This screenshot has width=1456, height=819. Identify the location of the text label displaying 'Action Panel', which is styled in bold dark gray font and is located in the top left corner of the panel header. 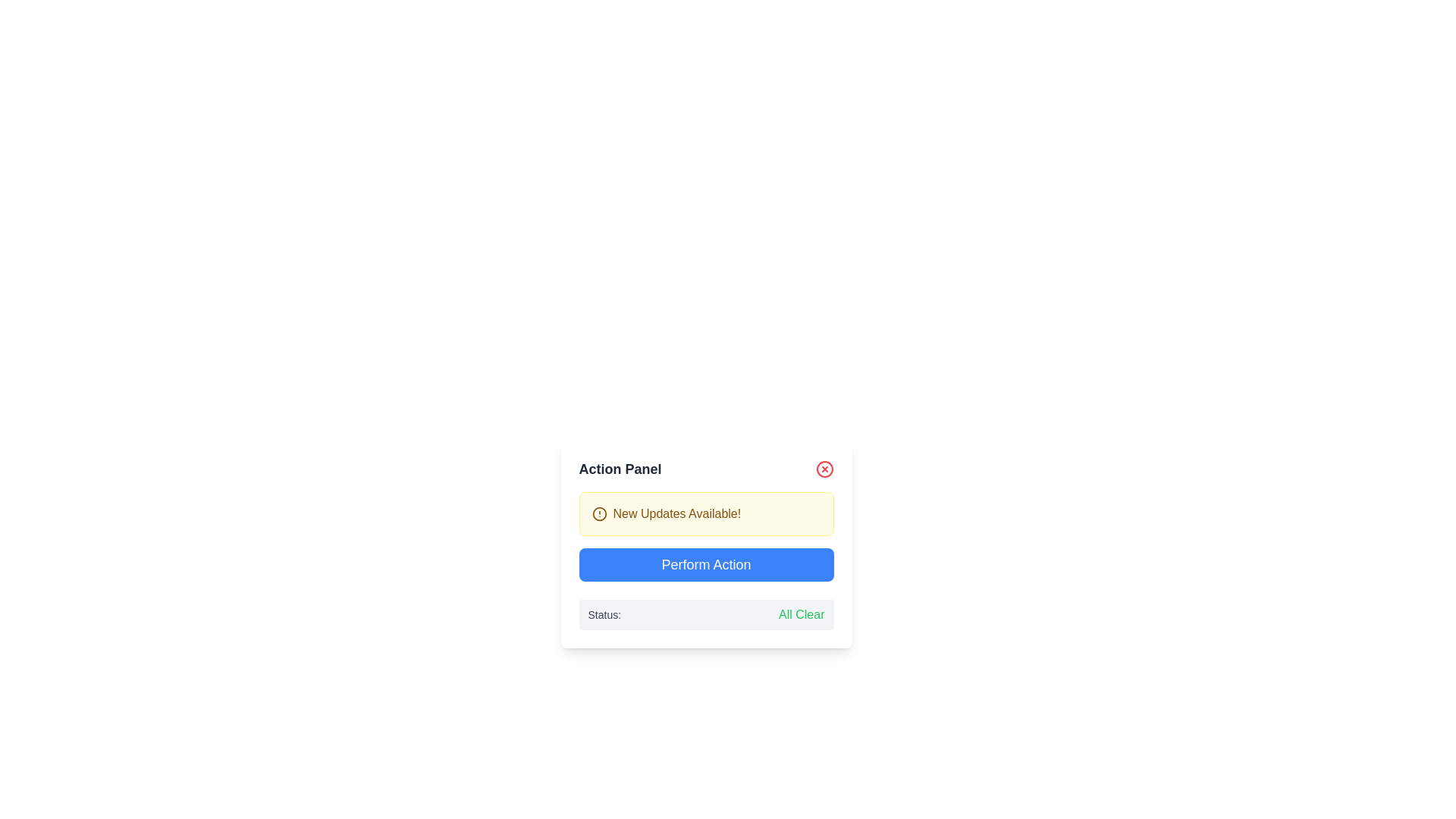
(620, 468).